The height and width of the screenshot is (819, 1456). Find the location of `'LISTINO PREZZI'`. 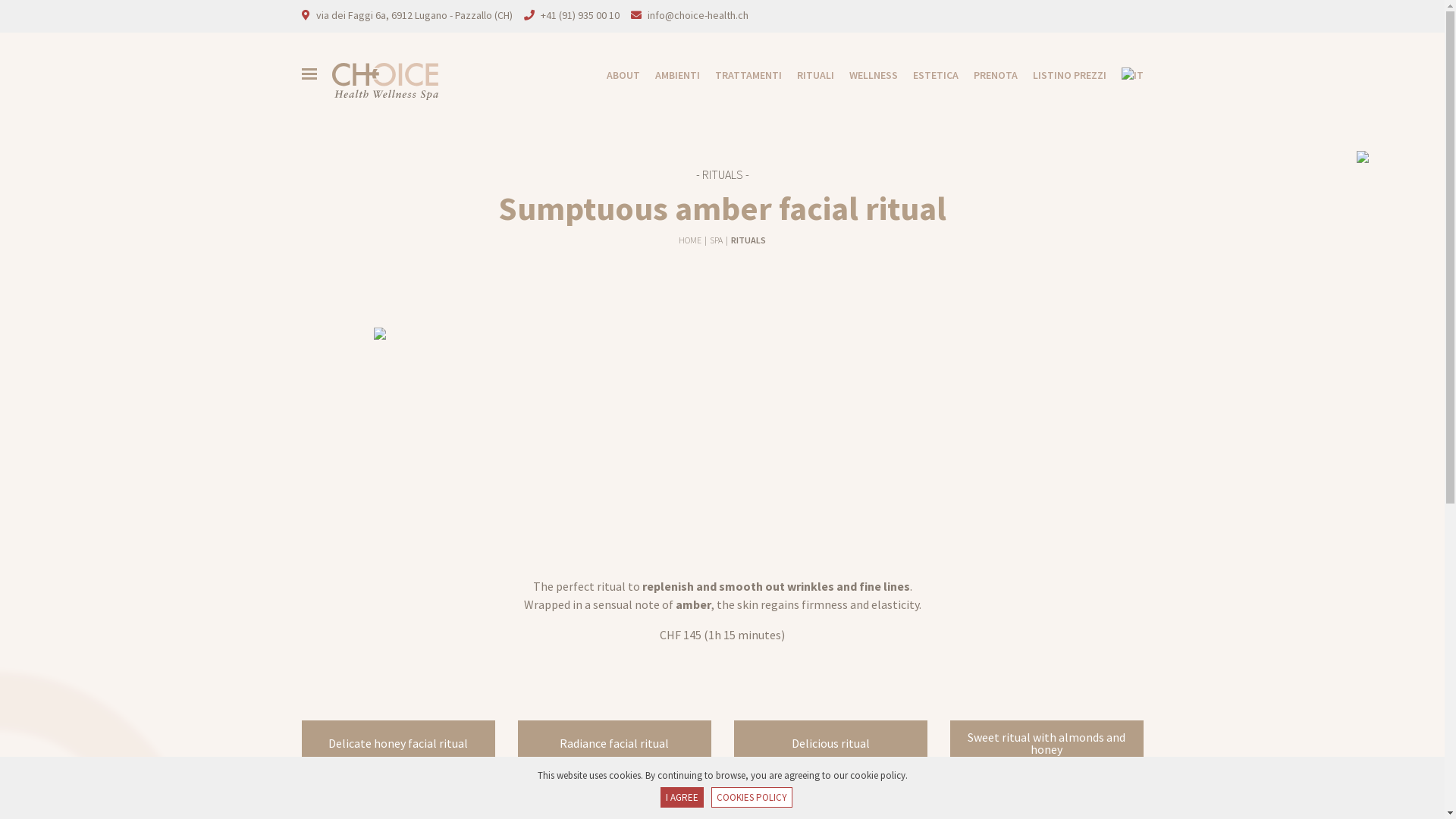

'LISTINO PREZZI' is located at coordinates (1061, 75).